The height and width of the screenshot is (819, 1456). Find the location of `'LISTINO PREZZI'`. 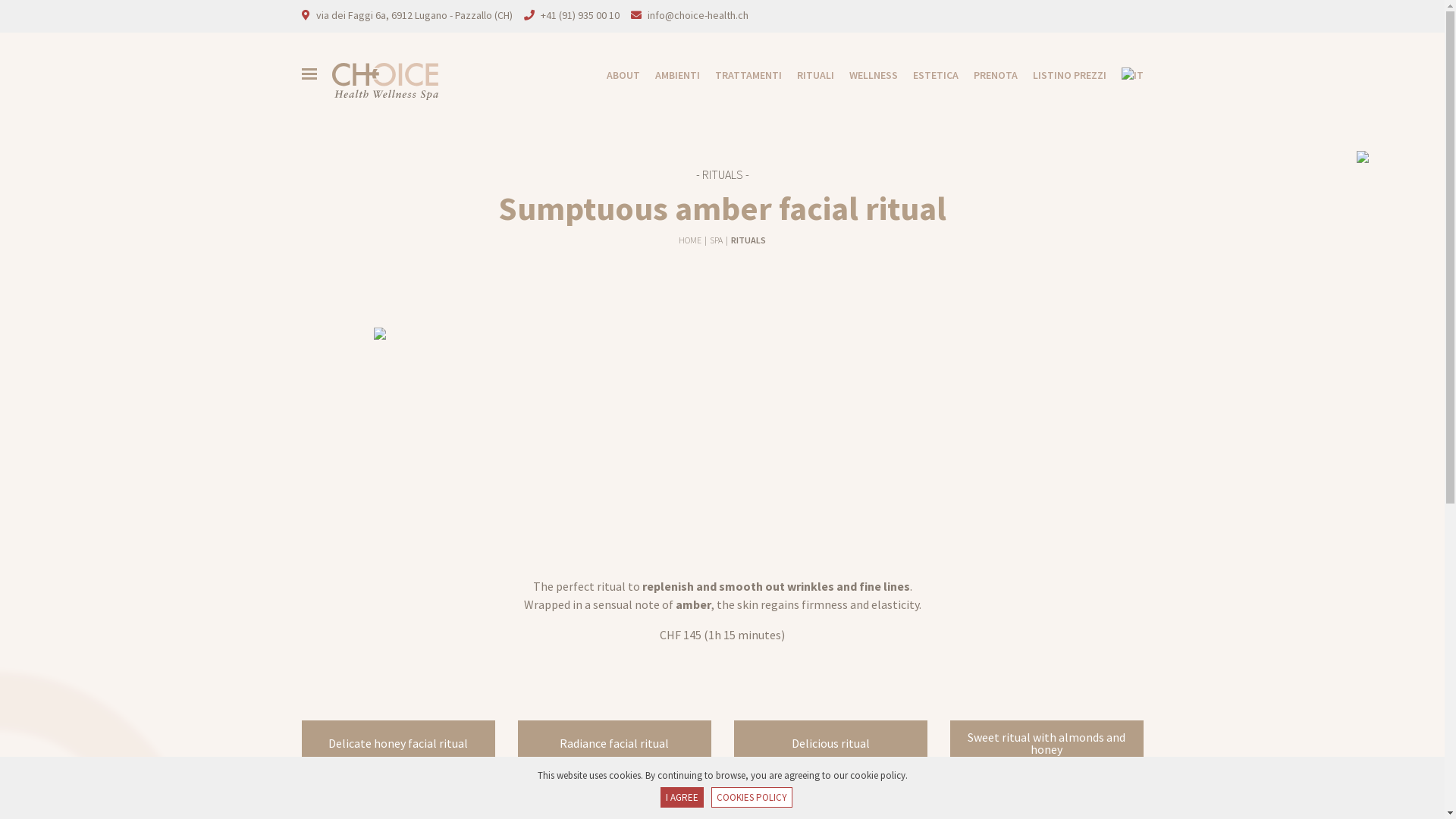

'LISTINO PREZZI' is located at coordinates (1061, 75).